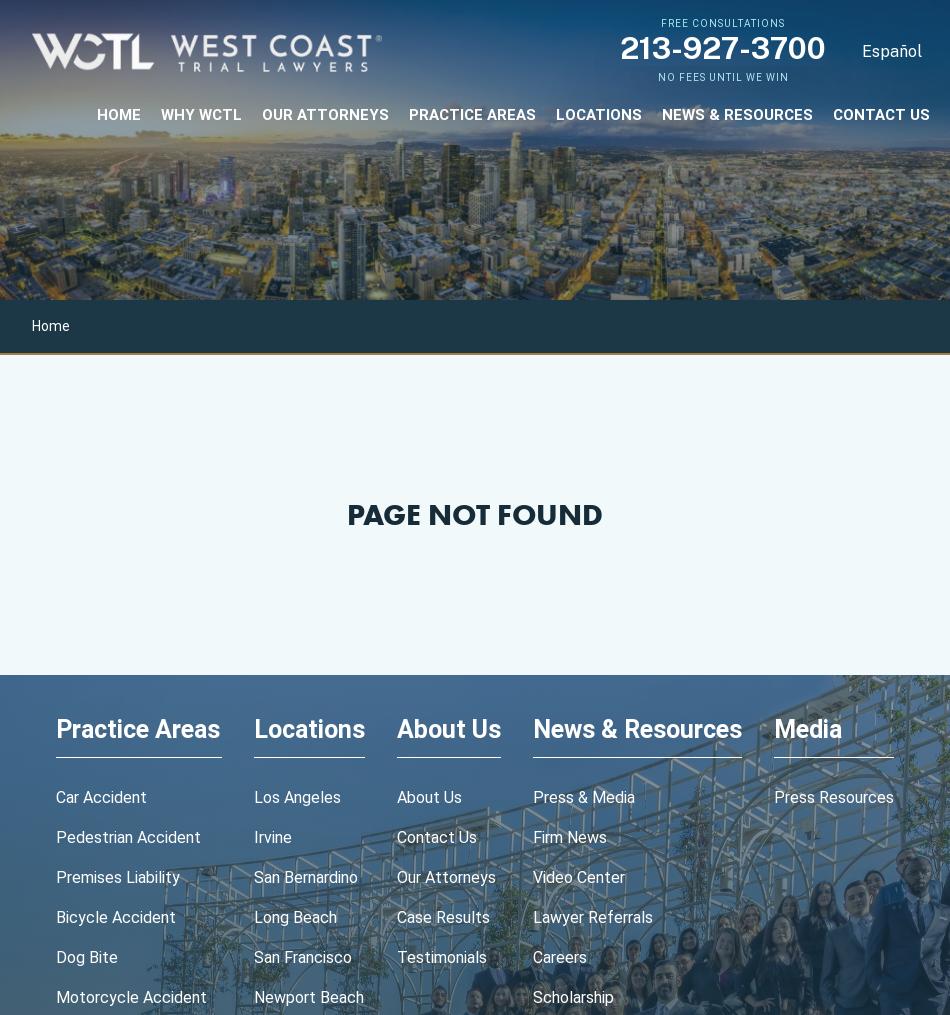  What do you see at coordinates (441, 957) in the screenshot?
I see `'Testimonials'` at bounding box center [441, 957].